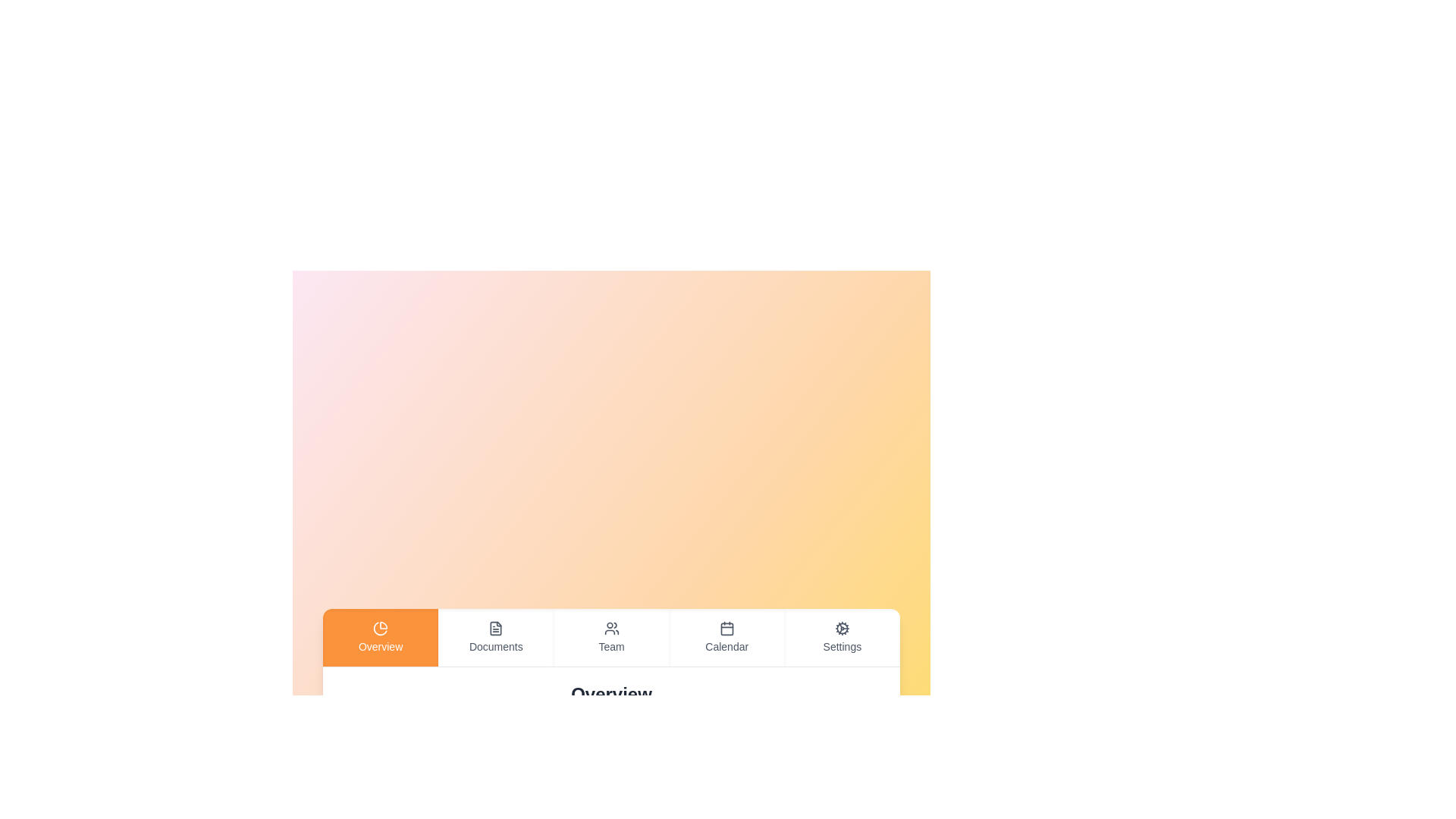 Image resolution: width=1456 pixels, height=819 pixels. Describe the element at coordinates (611, 637) in the screenshot. I see `the 'Team' navigation button located in the bottom navigation bar, which is the third button from the left, to initiate any hover effects` at that location.